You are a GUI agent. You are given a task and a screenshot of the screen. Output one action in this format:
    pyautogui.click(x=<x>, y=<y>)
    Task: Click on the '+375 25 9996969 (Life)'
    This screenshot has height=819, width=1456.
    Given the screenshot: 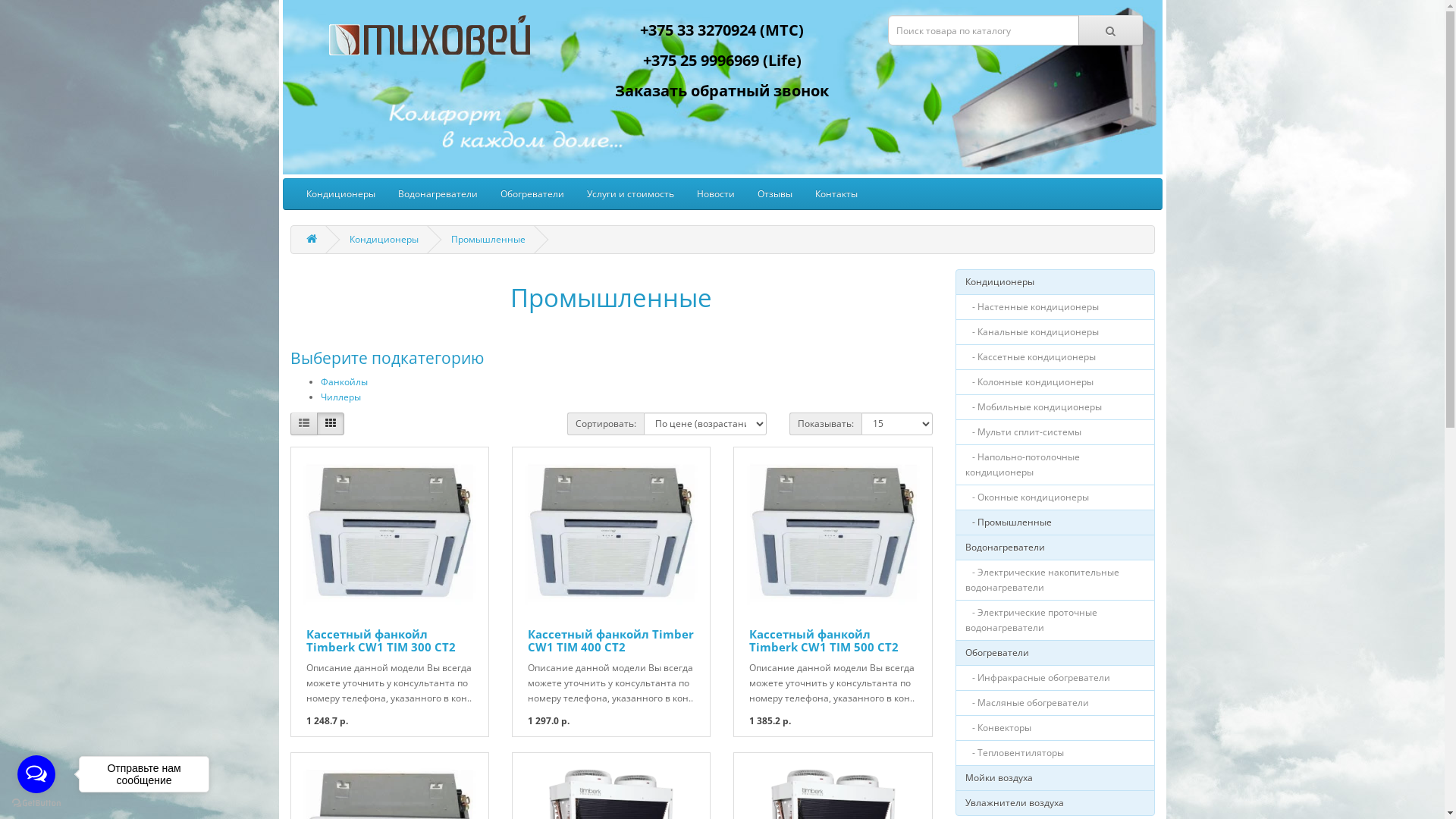 What is the action you would take?
    pyautogui.click(x=721, y=59)
    